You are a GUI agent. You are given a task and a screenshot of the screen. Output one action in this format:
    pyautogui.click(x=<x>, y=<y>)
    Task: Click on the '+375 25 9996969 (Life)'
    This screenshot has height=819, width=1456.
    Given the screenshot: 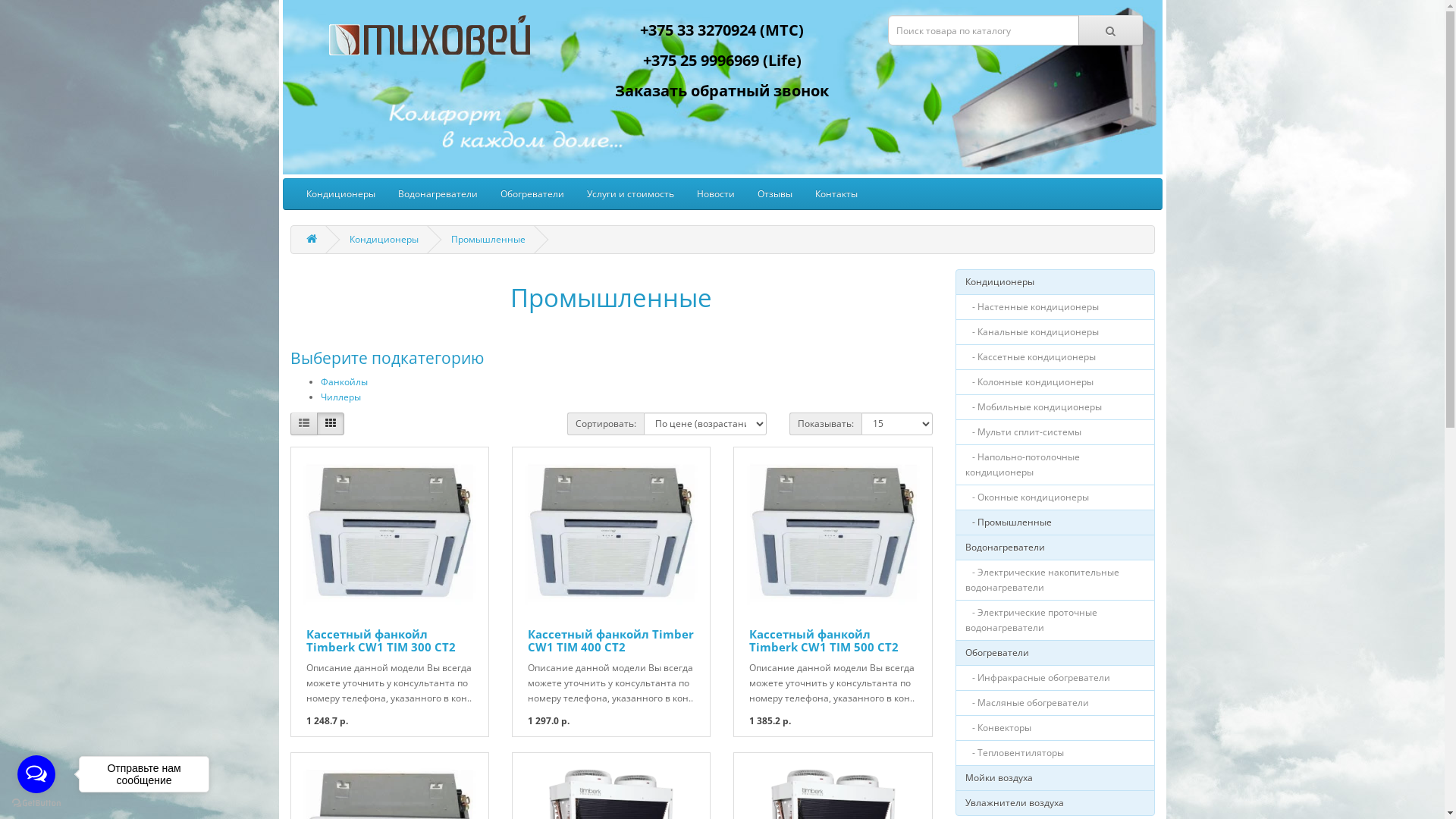 What is the action you would take?
    pyautogui.click(x=721, y=59)
    